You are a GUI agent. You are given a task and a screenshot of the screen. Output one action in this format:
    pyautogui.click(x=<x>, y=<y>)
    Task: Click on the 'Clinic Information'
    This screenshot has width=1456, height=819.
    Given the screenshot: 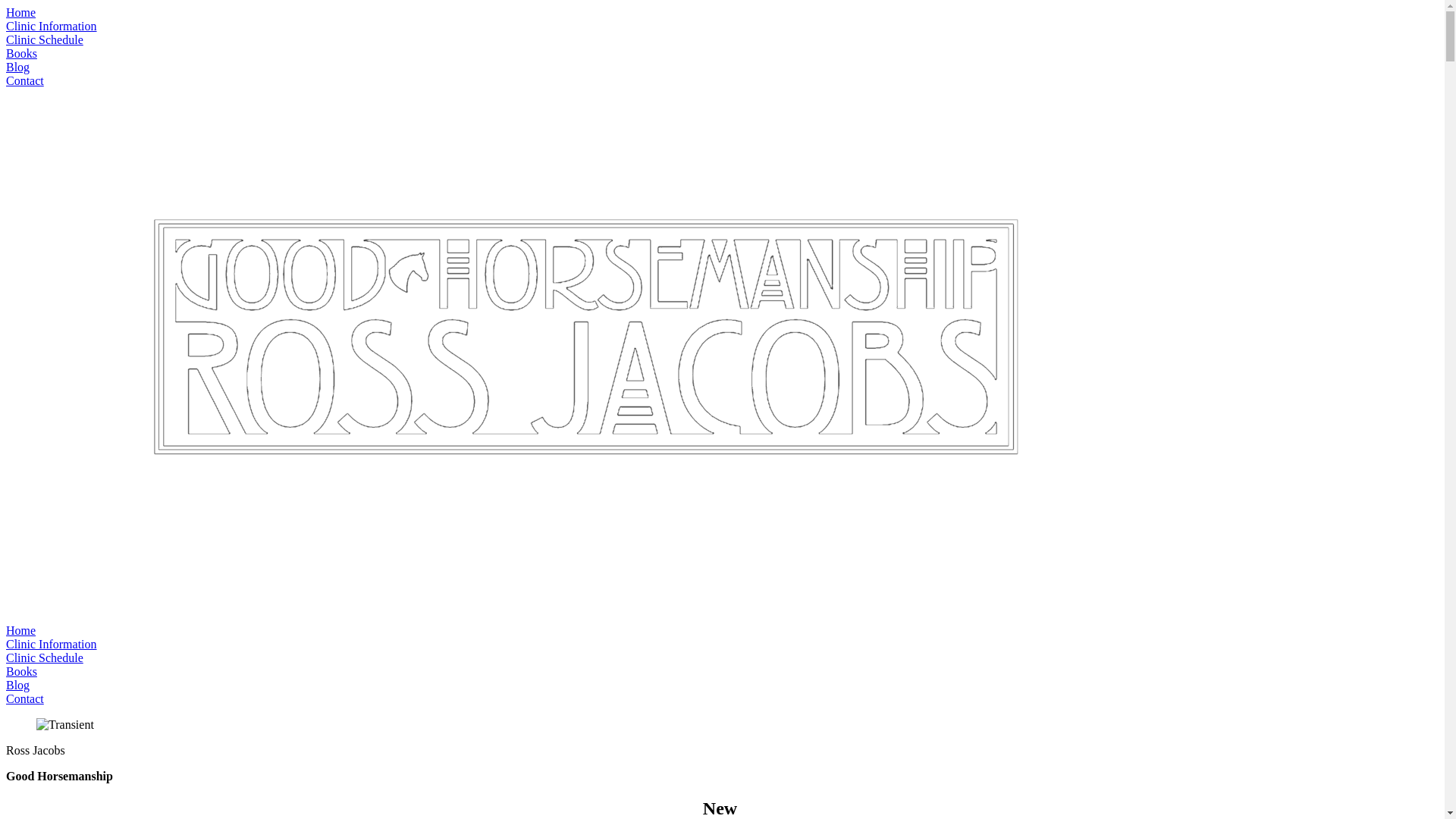 What is the action you would take?
    pyautogui.click(x=51, y=644)
    